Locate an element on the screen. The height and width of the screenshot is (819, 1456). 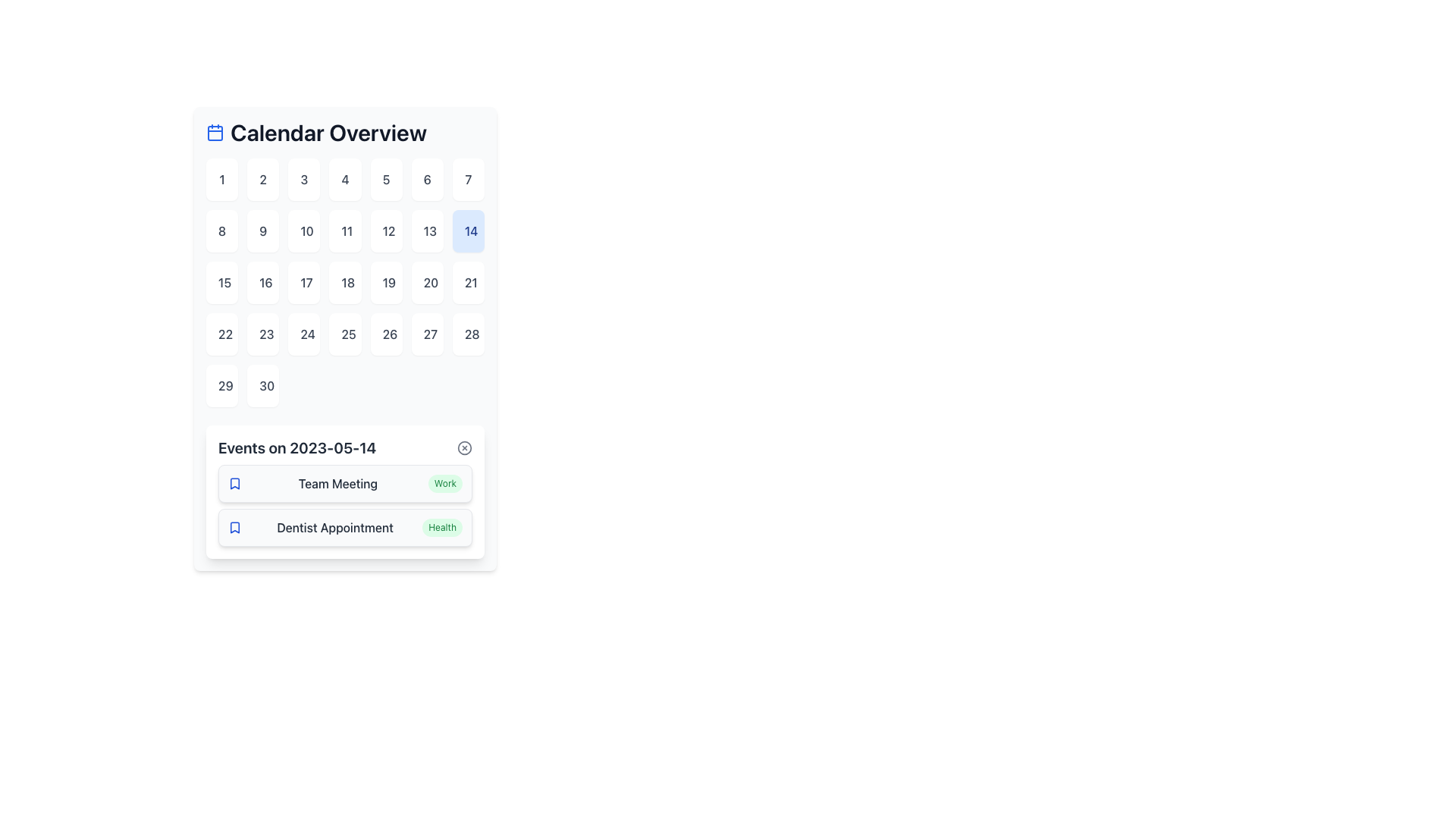
the square-shaped button labeled '4' with a dark number on a white background, located is located at coordinates (344, 178).